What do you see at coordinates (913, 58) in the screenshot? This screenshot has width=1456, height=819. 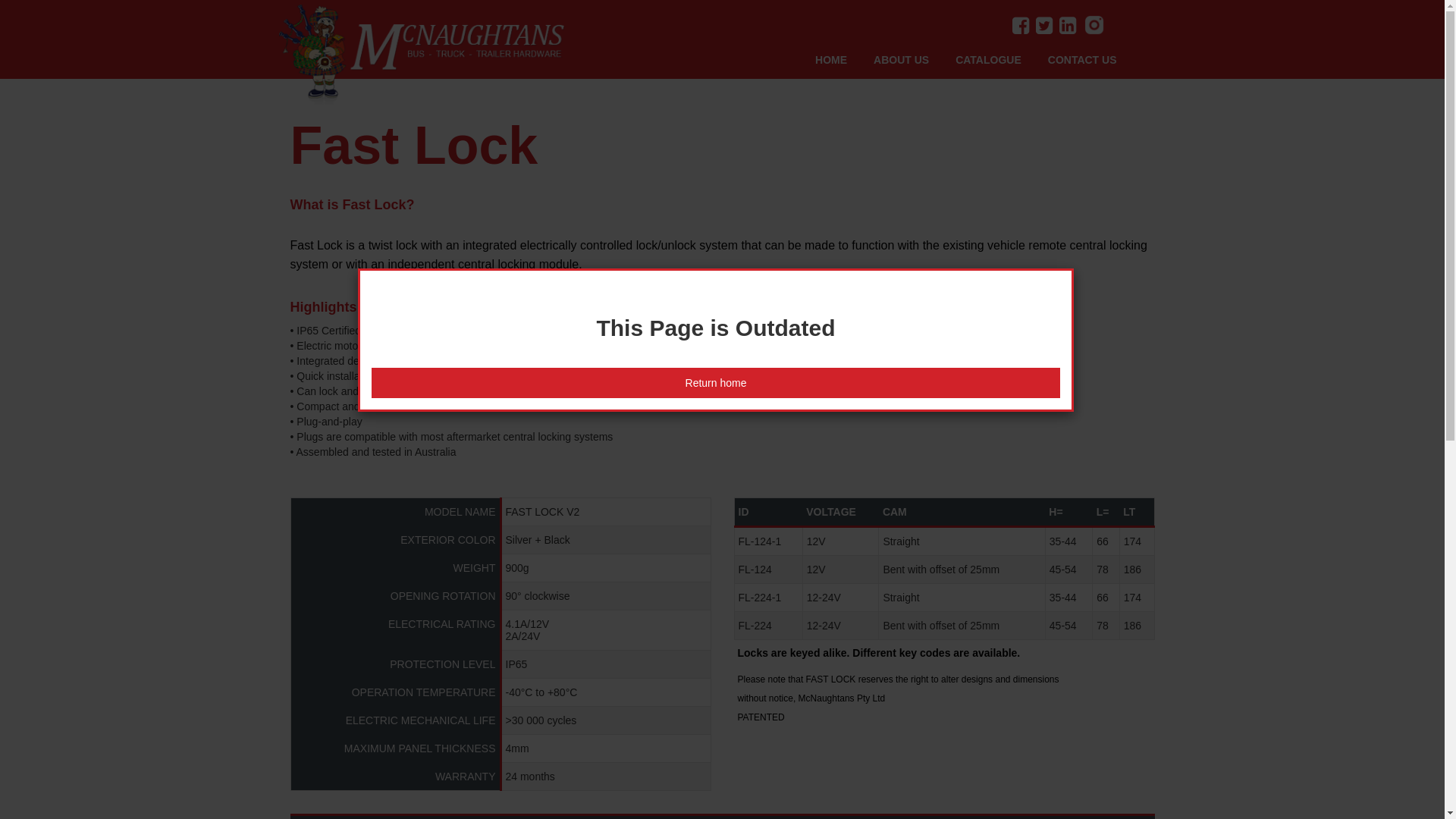 I see `'ABOUT US'` at bounding box center [913, 58].